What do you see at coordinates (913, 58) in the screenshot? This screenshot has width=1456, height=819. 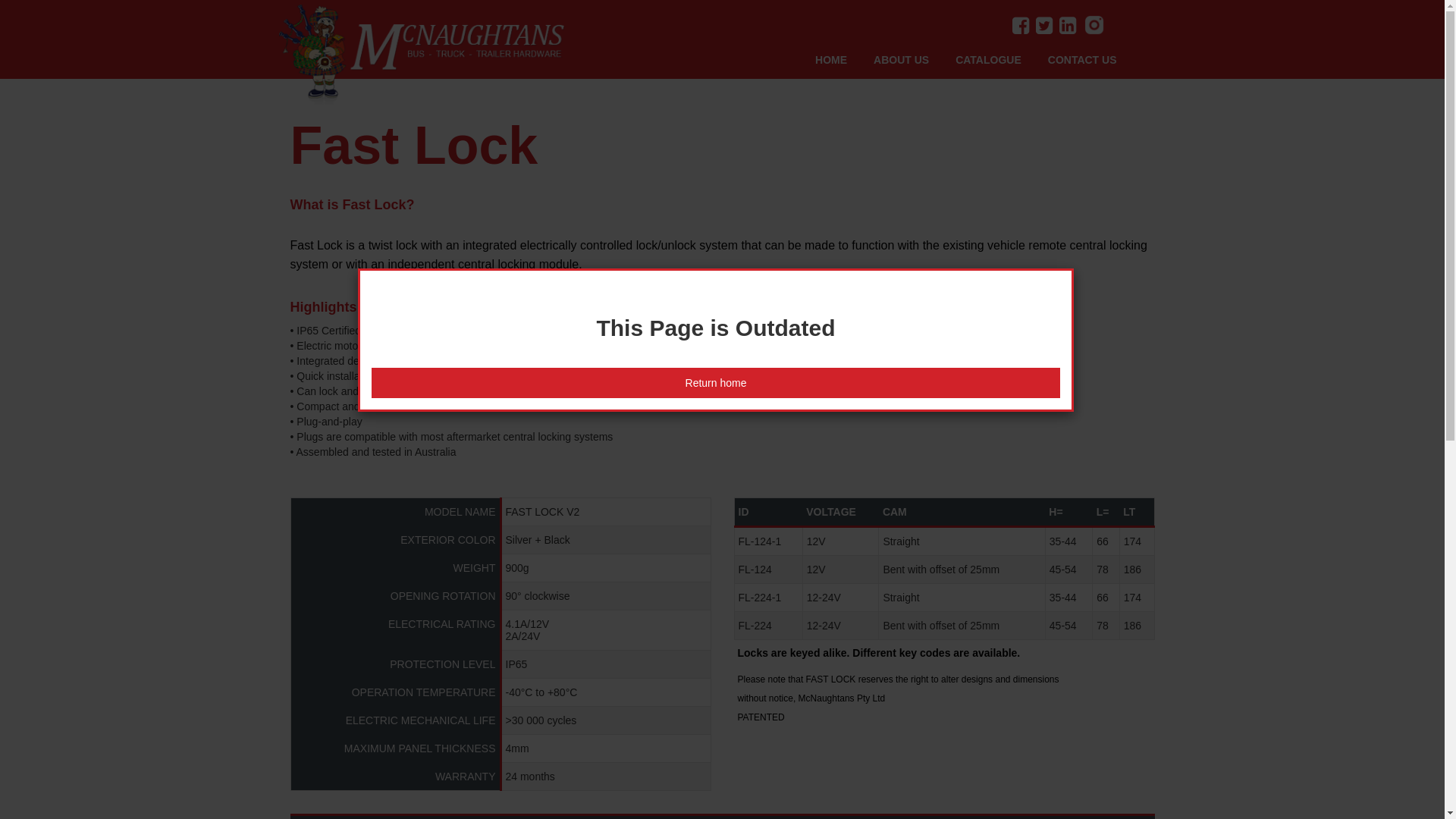 I see `'ABOUT US'` at bounding box center [913, 58].